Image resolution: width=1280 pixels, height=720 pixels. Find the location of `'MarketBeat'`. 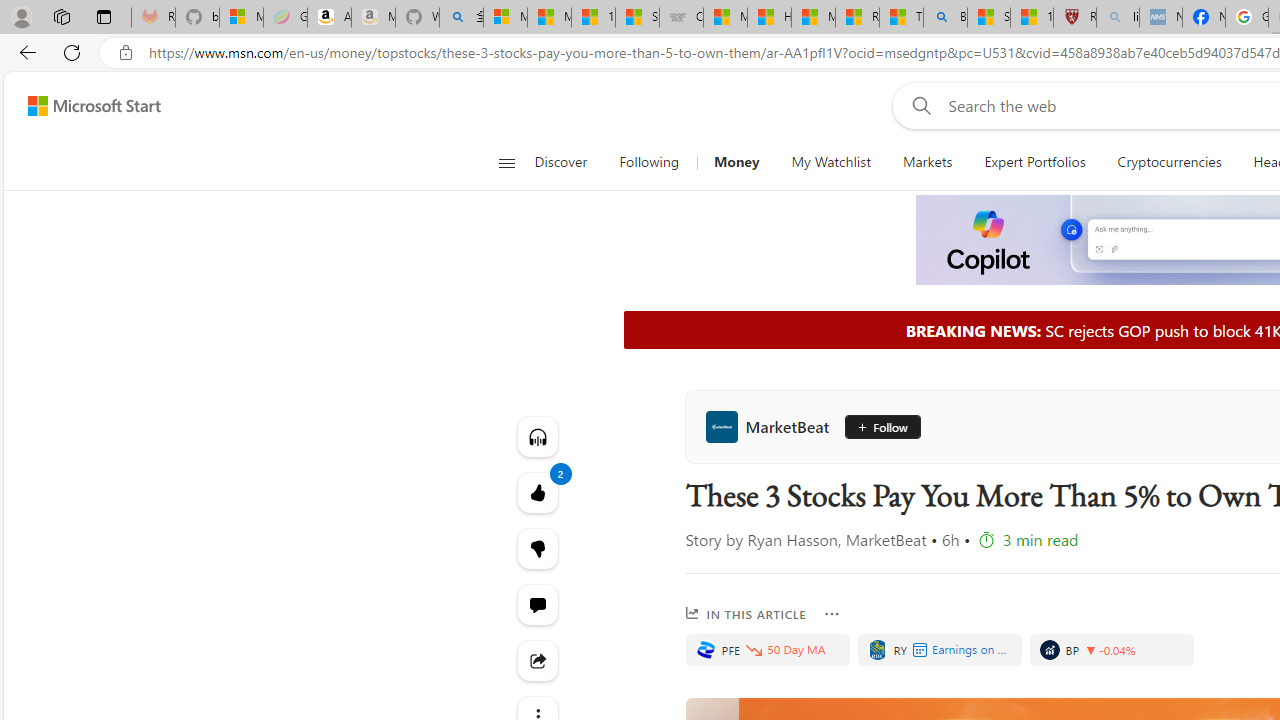

'MarketBeat' is located at coordinates (770, 425).